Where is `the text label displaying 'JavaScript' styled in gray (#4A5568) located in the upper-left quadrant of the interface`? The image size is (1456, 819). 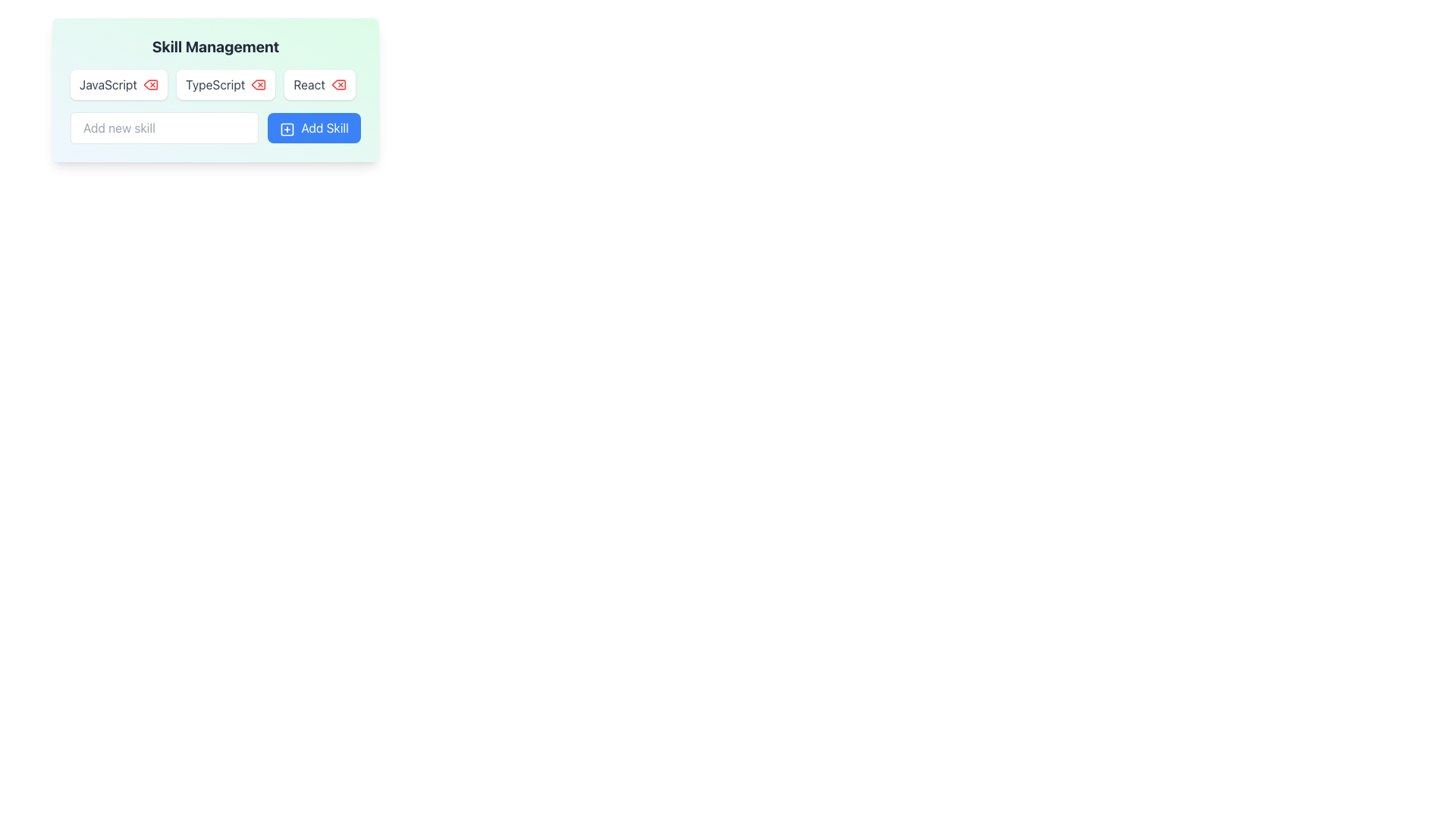 the text label displaying 'JavaScript' styled in gray (#4A5568) located in the upper-left quadrant of the interface is located at coordinates (108, 84).